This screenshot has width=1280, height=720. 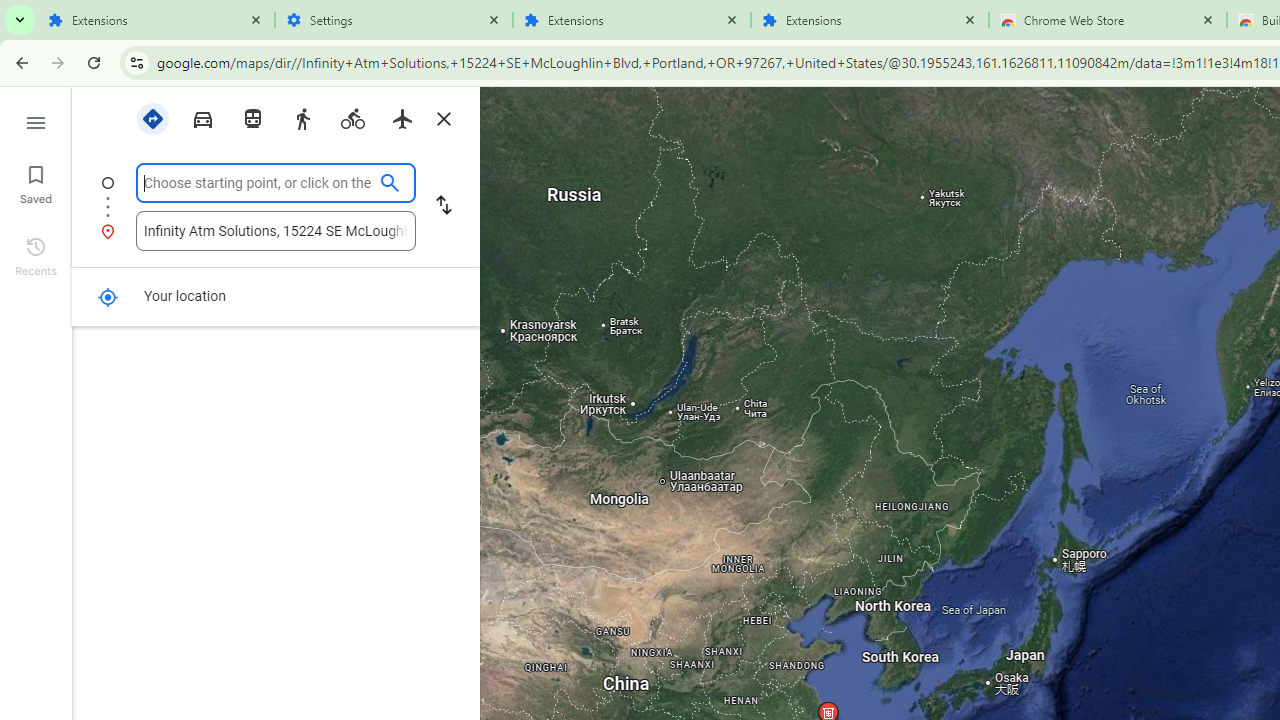 What do you see at coordinates (870, 20) in the screenshot?
I see `'Extensions'` at bounding box center [870, 20].